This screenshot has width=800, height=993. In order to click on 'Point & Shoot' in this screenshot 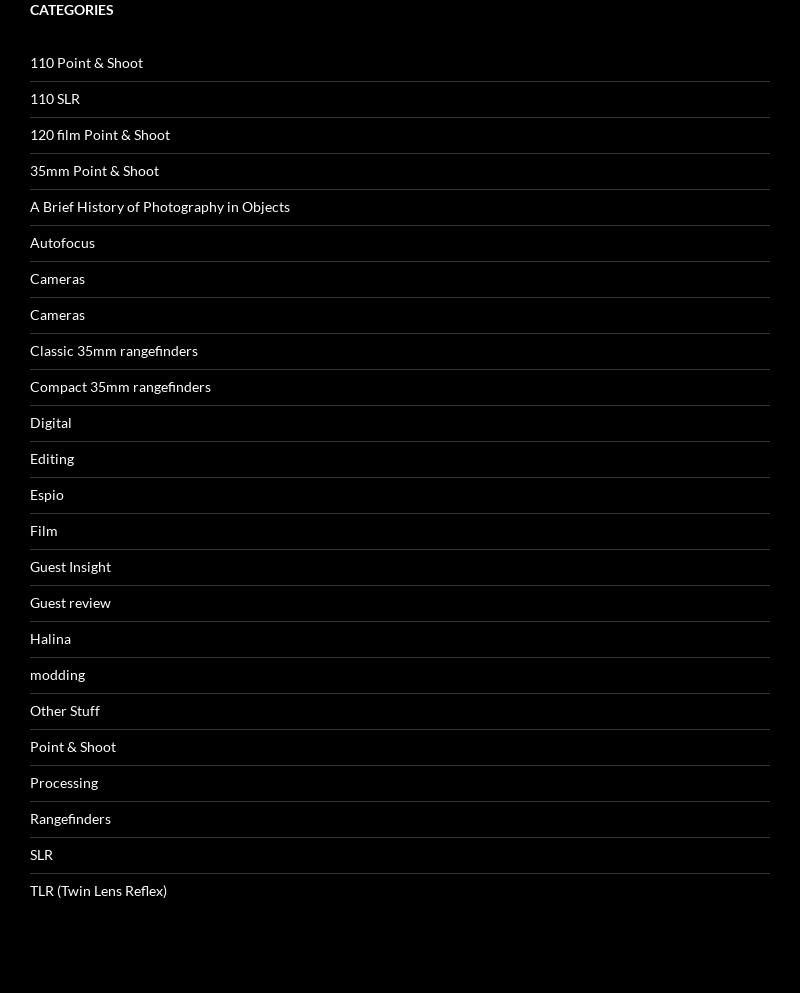, I will do `click(72, 464)`.